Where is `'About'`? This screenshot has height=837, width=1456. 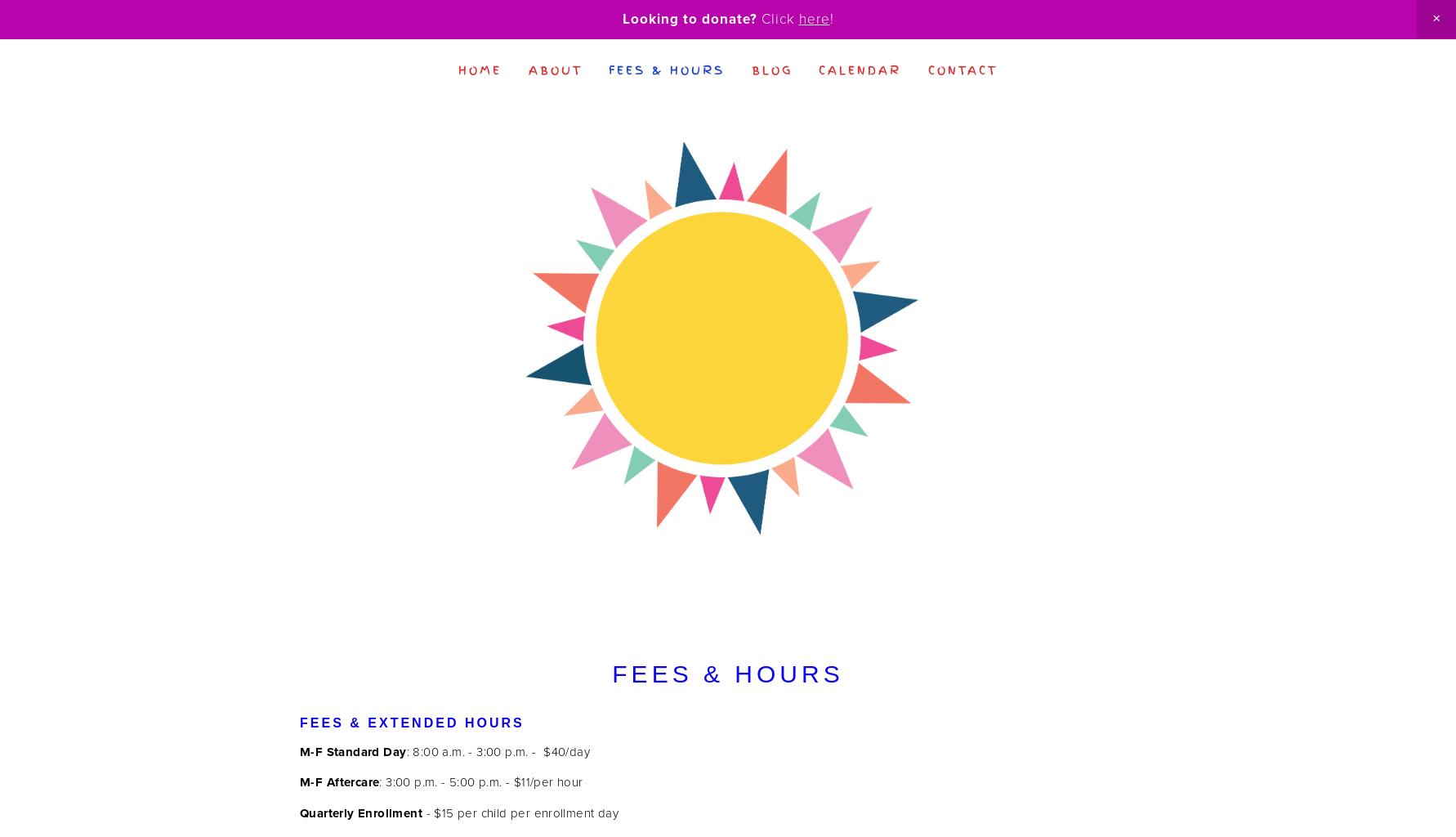
'About' is located at coordinates (526, 68).